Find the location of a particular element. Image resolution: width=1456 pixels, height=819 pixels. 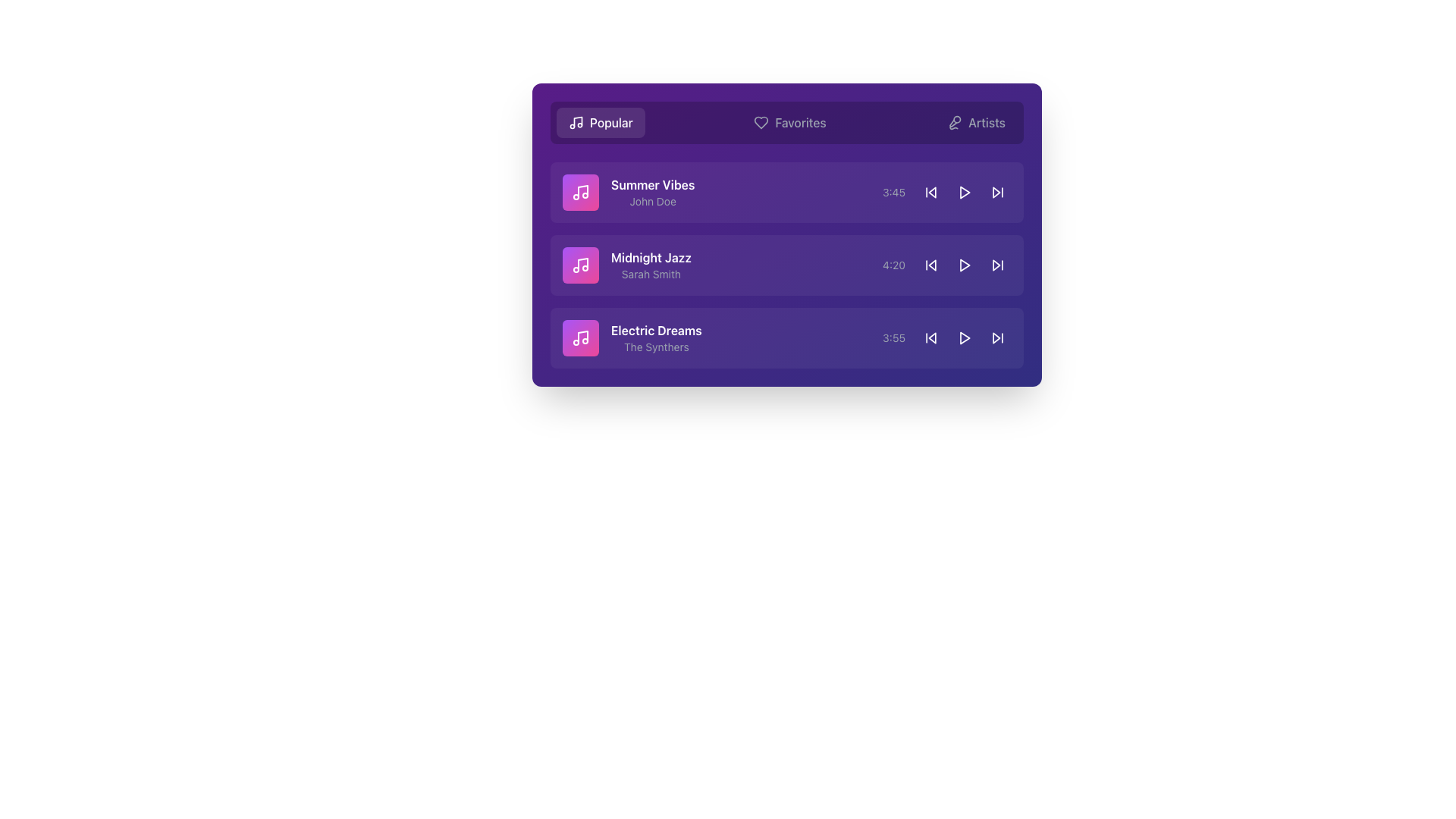

the List Item displaying the song 'Midnight Jazz' by 'Sarah Smith', which is the second entry in the song list is located at coordinates (786, 265).